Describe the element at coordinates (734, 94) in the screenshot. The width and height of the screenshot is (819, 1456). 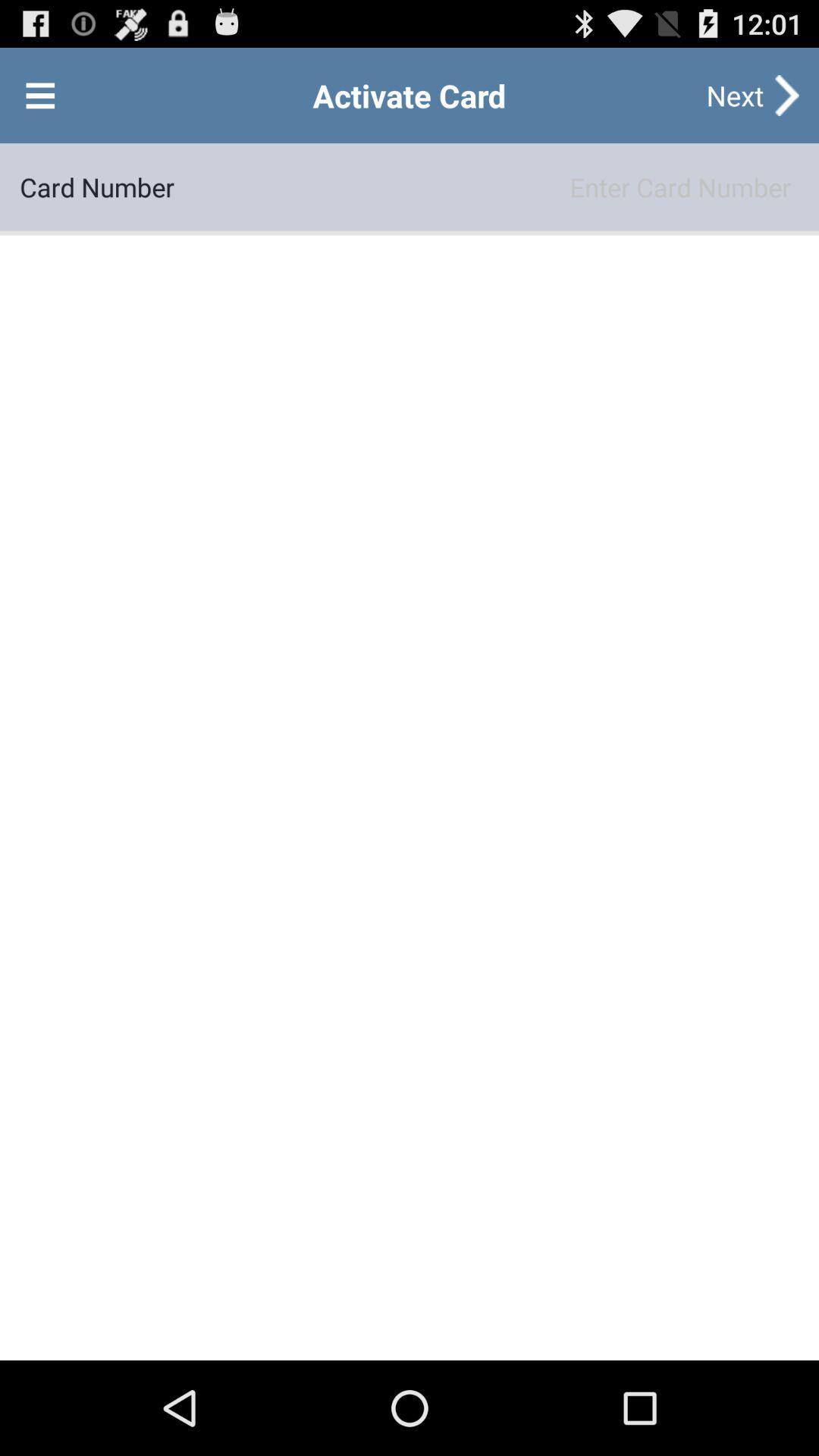
I see `icon at the top right corner` at that location.